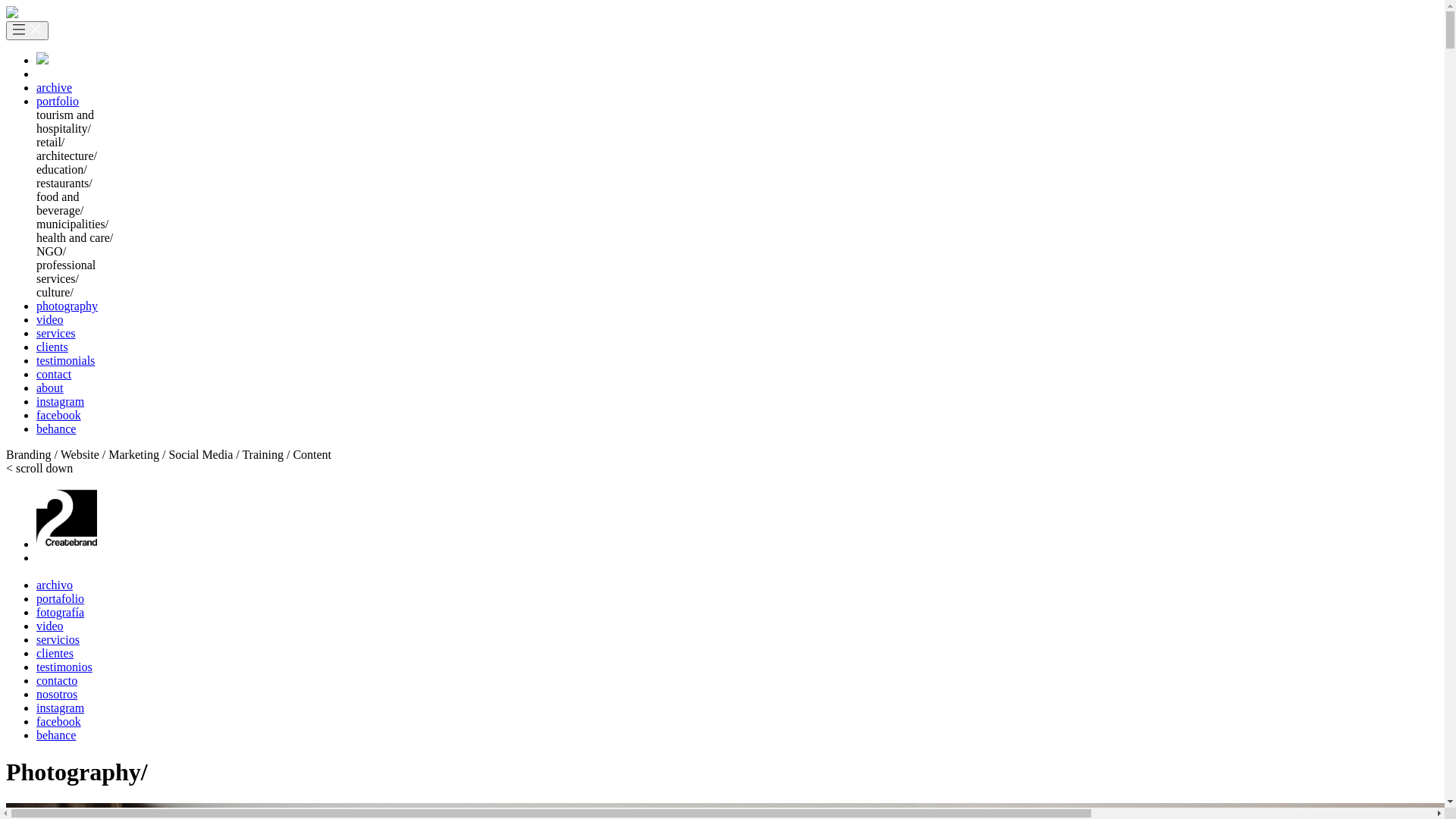 Image resolution: width=1456 pixels, height=819 pixels. I want to click on 'contacto', so click(57, 679).